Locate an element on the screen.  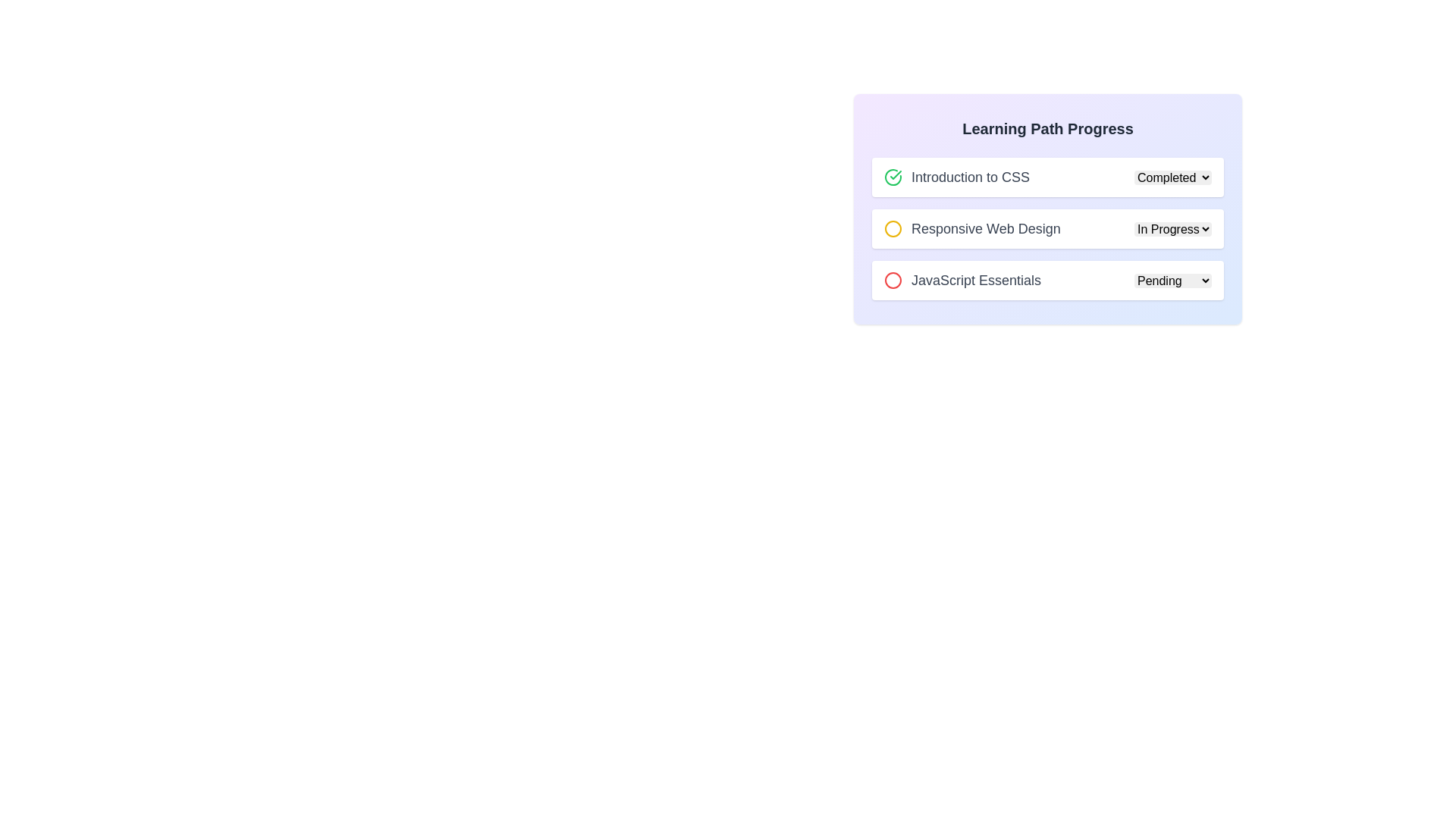
the dropdown menu located to the right of the 'Introduction to CSS' text is located at coordinates (1172, 177).